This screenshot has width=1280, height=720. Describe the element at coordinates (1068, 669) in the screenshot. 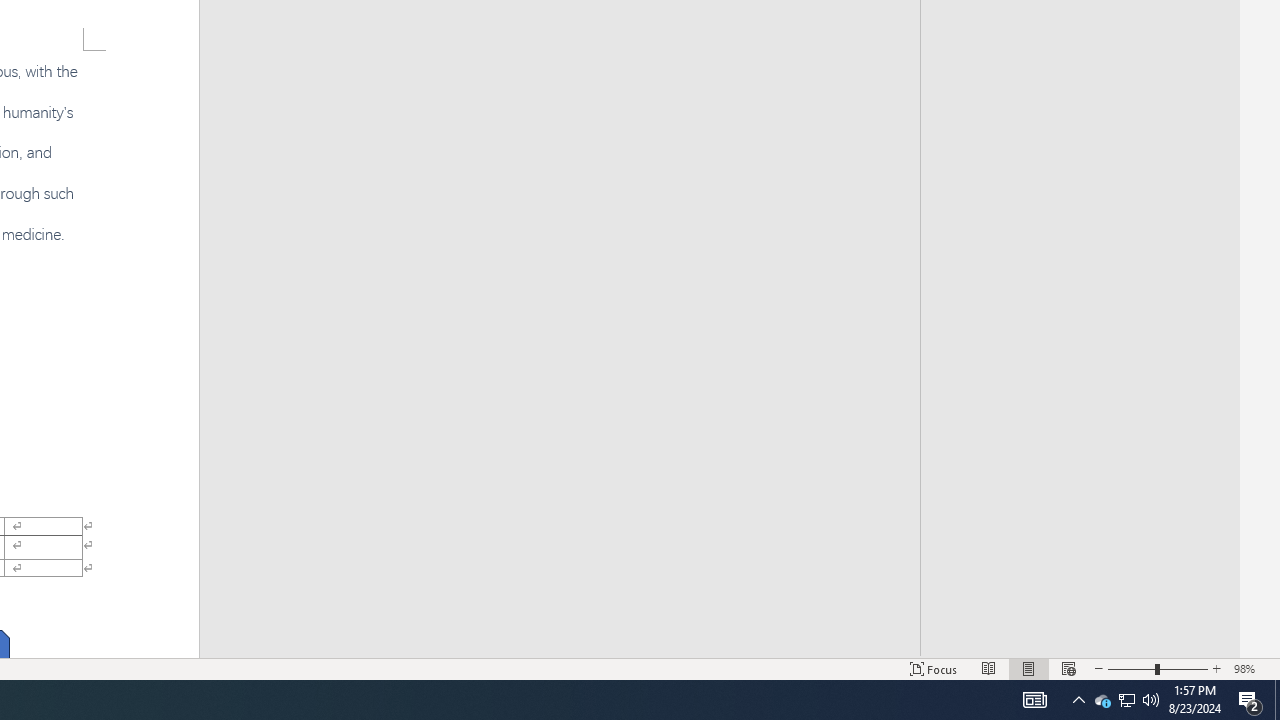

I see `'Web Layout'` at that location.